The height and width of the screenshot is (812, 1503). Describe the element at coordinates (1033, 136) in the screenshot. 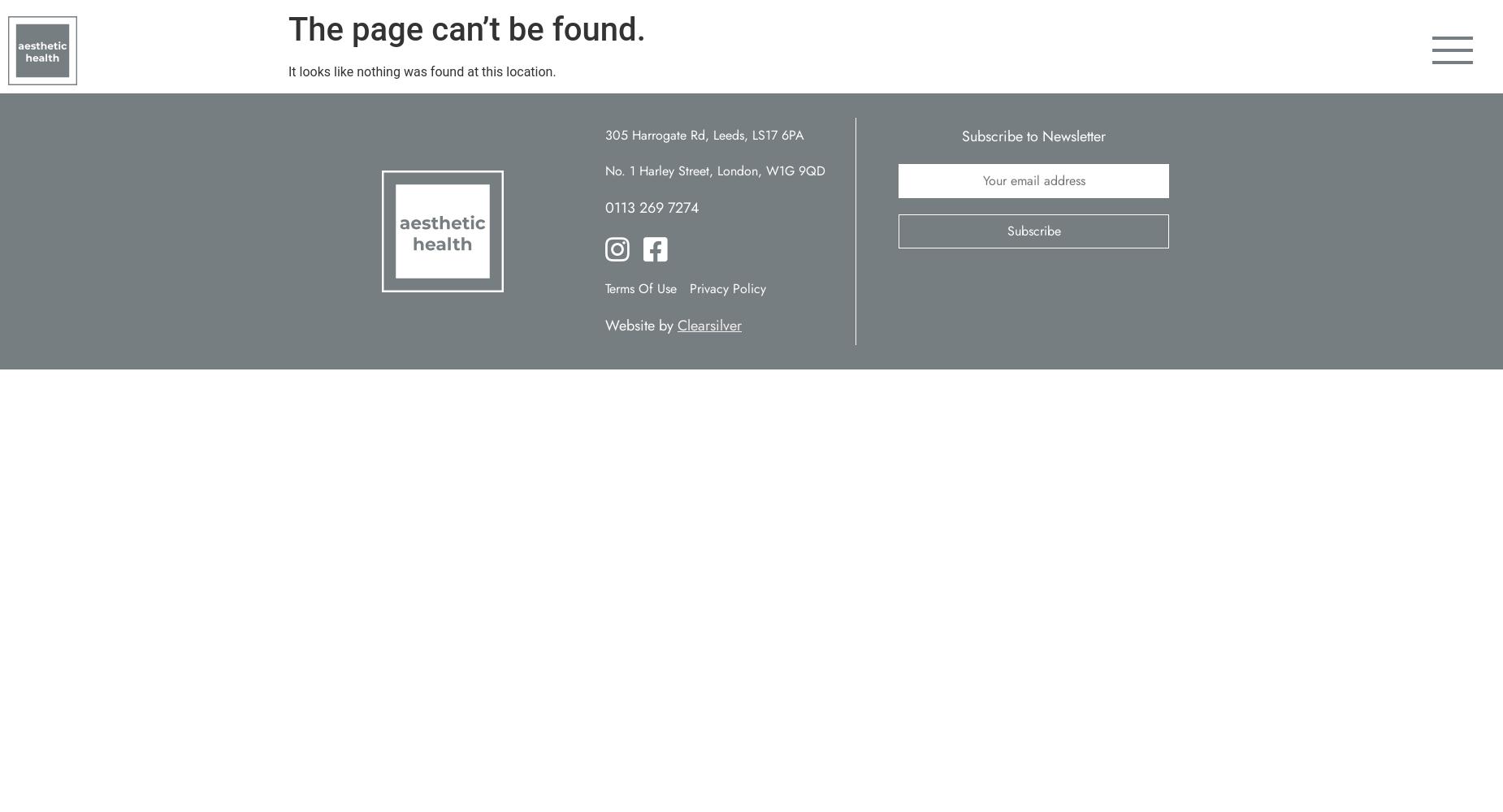

I see `'Subscribe to Newsletter'` at that location.